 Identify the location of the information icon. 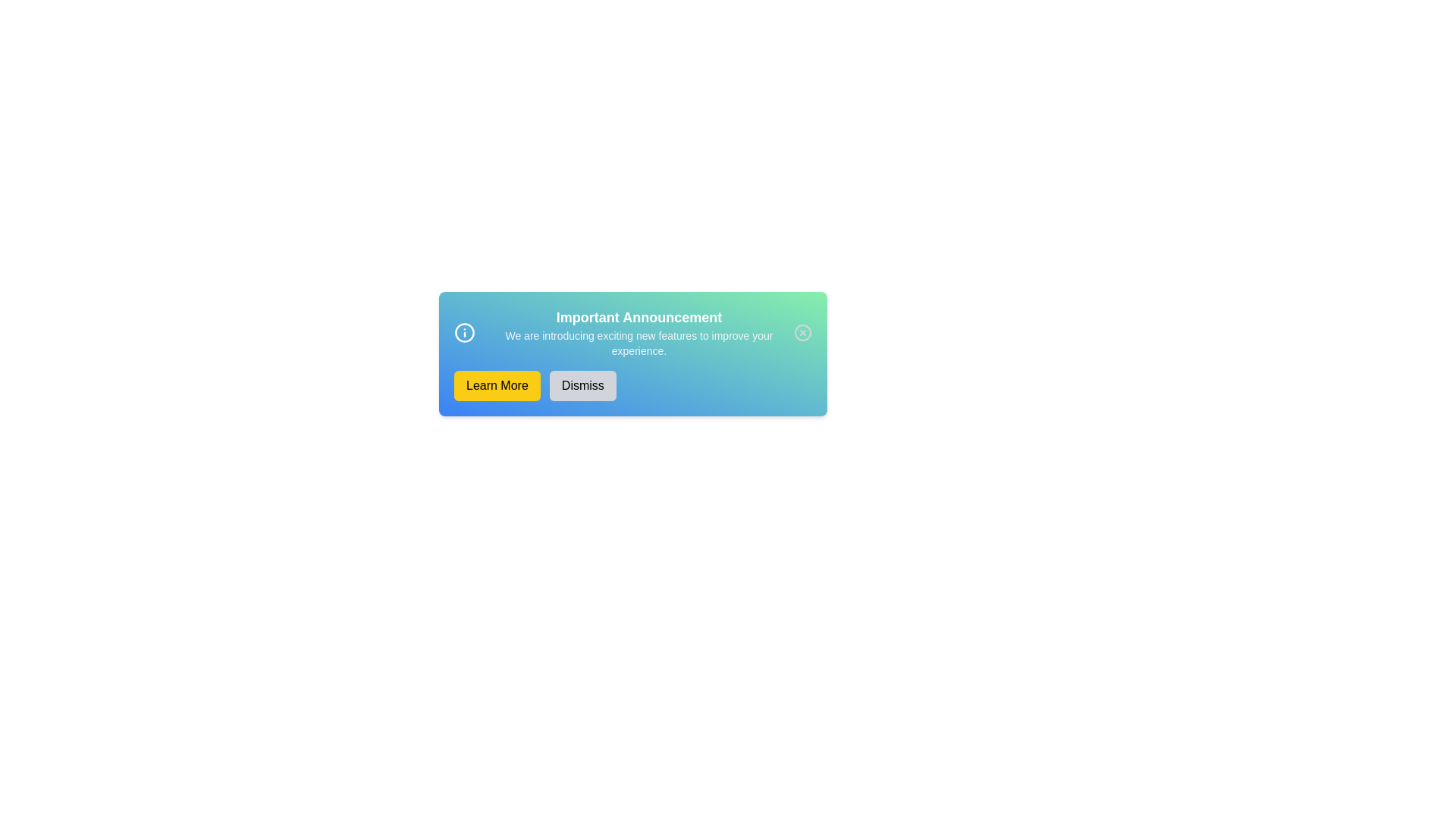
(464, 332).